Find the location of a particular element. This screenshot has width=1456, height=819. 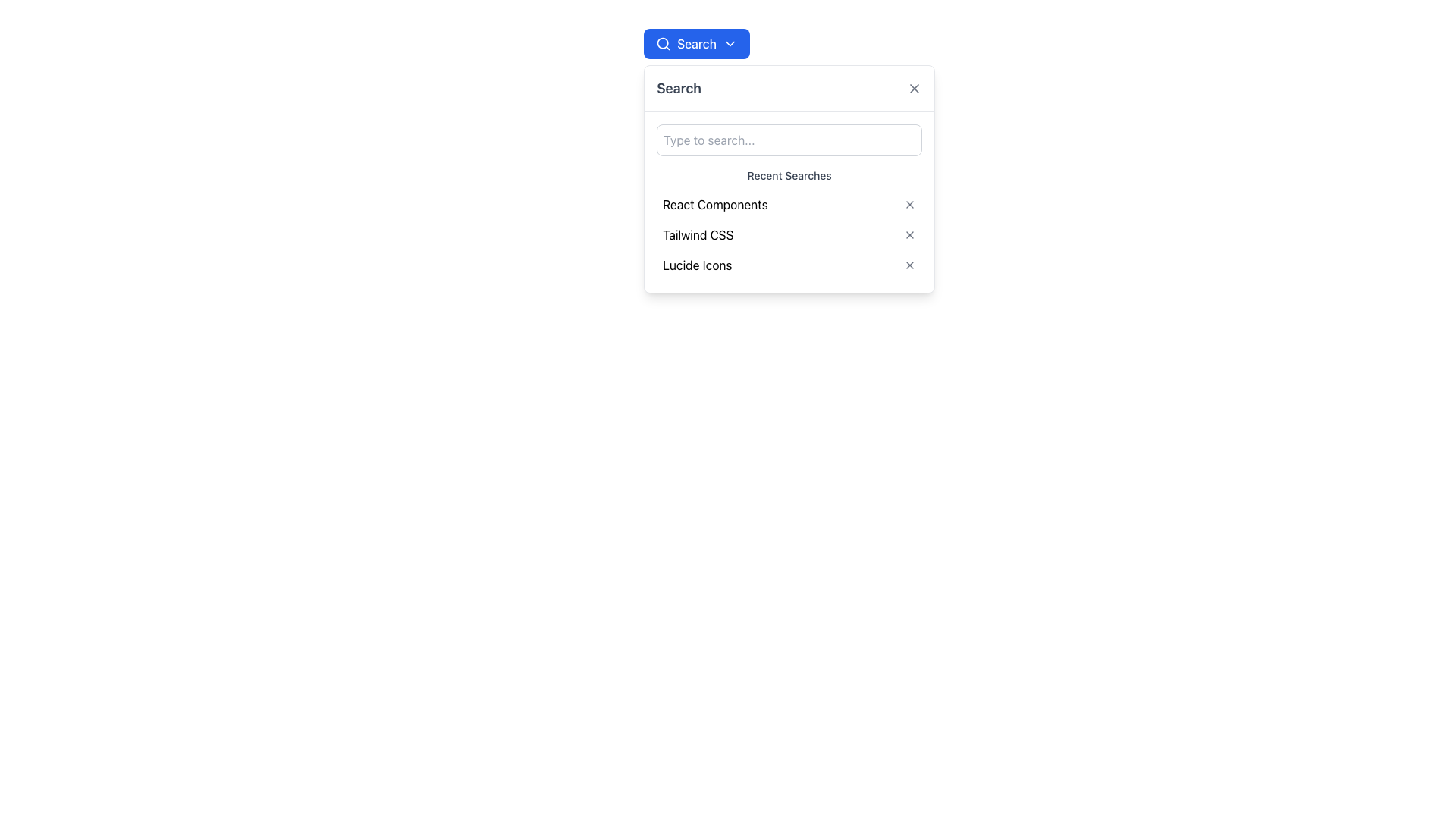

the circular lens icon, which represents a magnifying glass, located within the blue 'Search' button in the top-left area of the interface is located at coordinates (664, 42).